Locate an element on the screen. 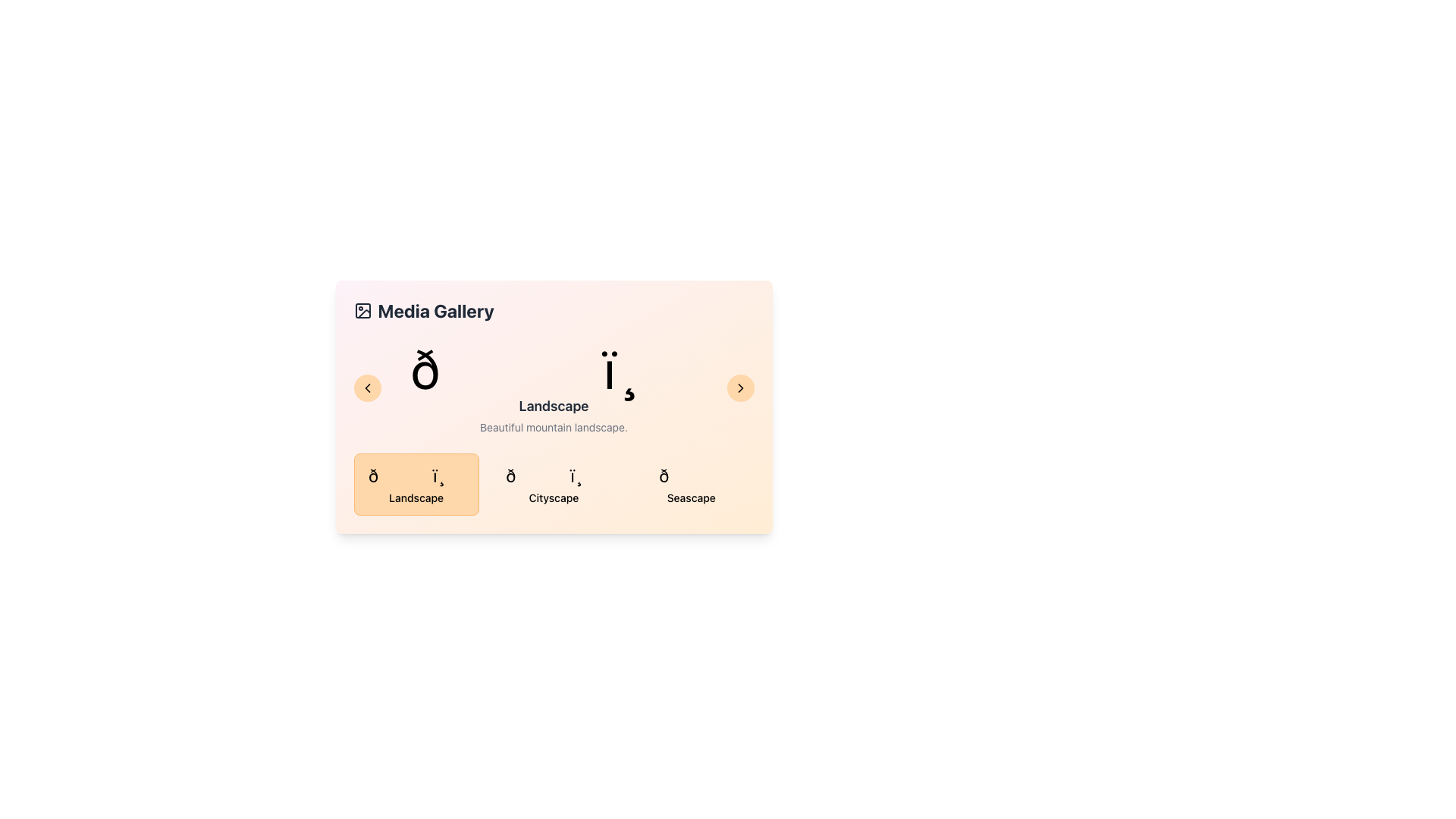 The image size is (1456, 819). the decorative element at the top of the 'Seascape' button, which enhances the visual context of the button located in the 'Media Gallery' section is located at coordinates (690, 475).